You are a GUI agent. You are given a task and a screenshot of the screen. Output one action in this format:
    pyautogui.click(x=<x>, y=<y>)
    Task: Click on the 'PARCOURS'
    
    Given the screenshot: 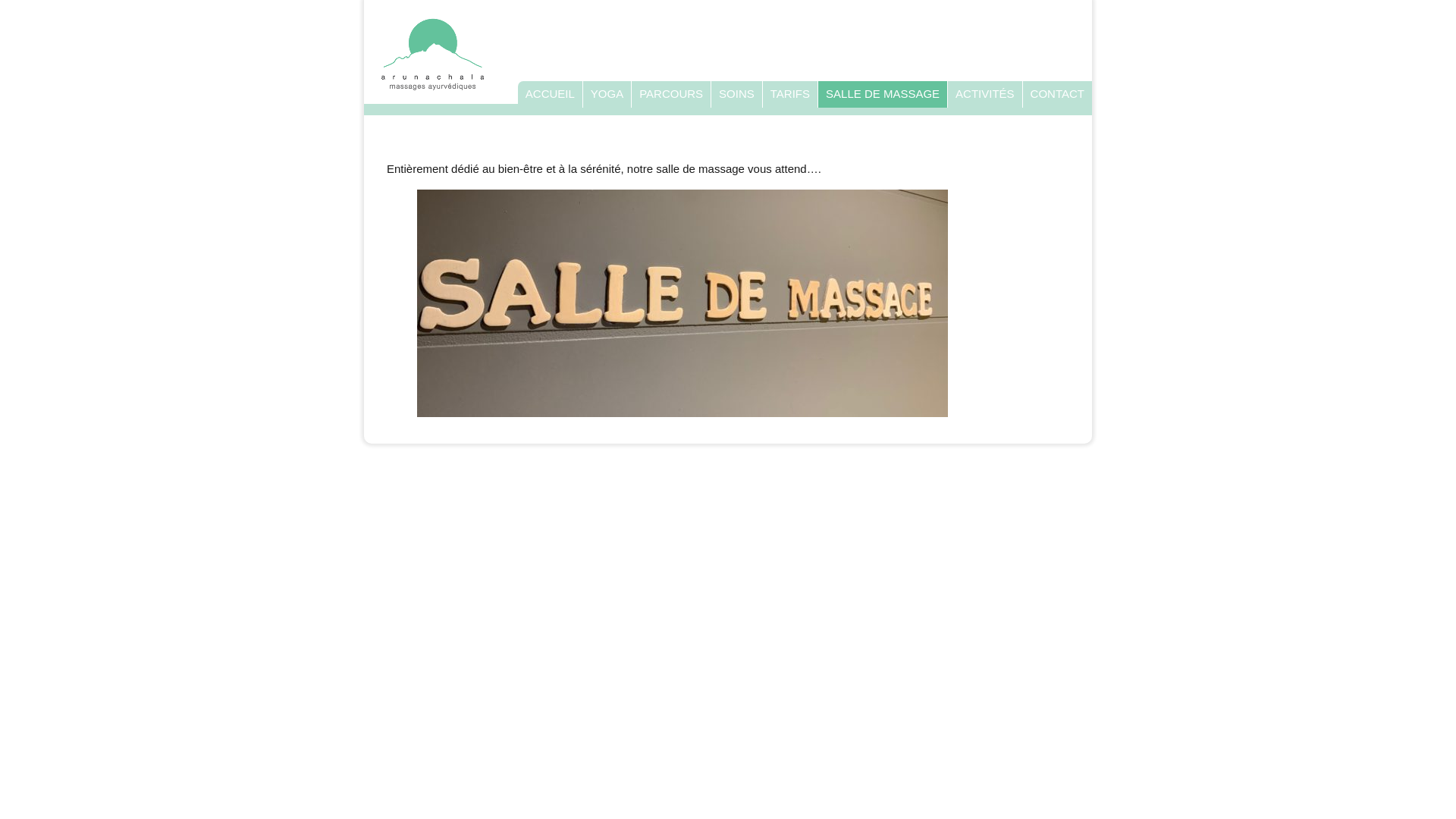 What is the action you would take?
    pyautogui.click(x=670, y=93)
    